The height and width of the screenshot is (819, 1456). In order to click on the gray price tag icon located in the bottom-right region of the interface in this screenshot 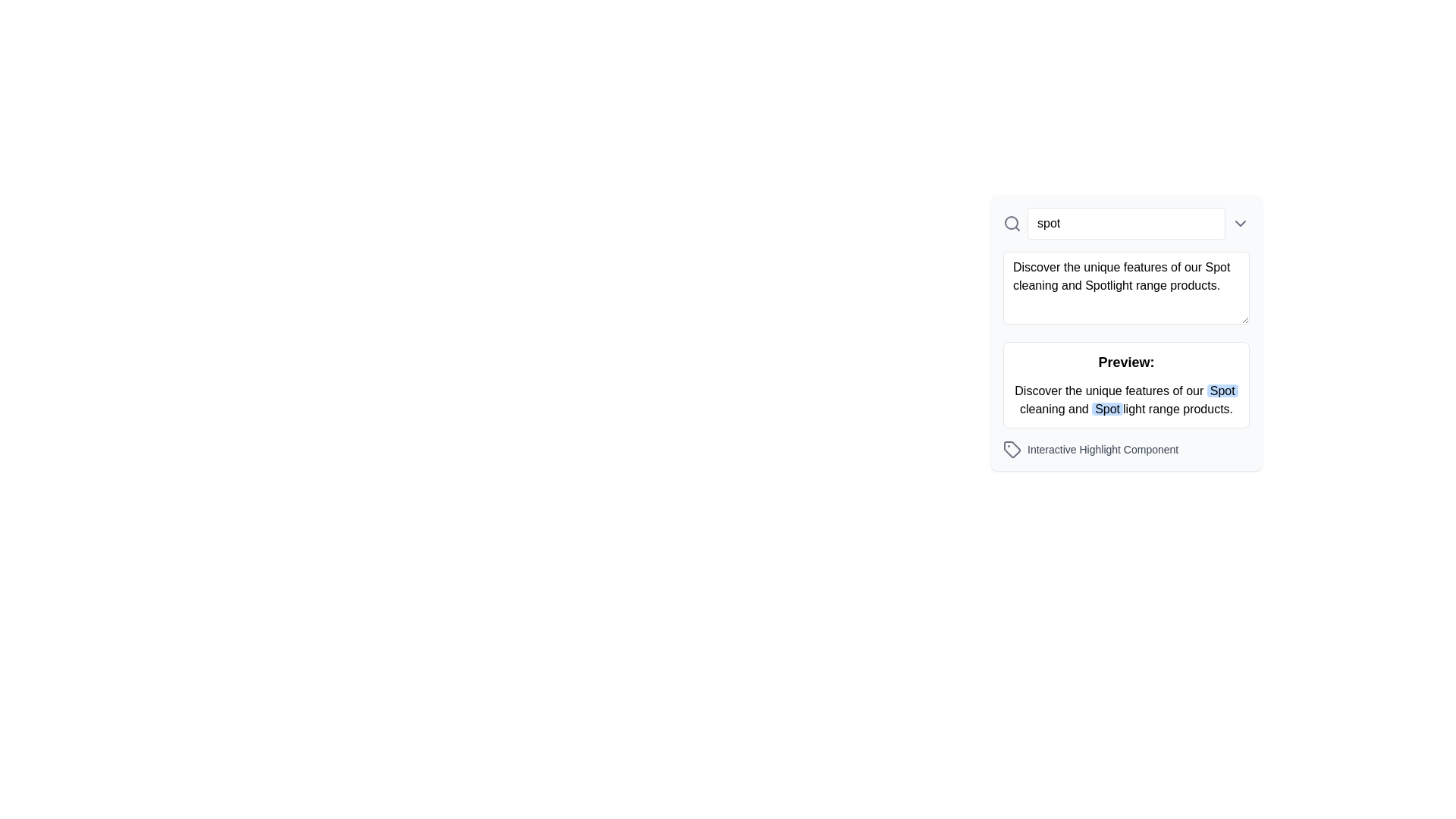, I will do `click(1012, 449)`.